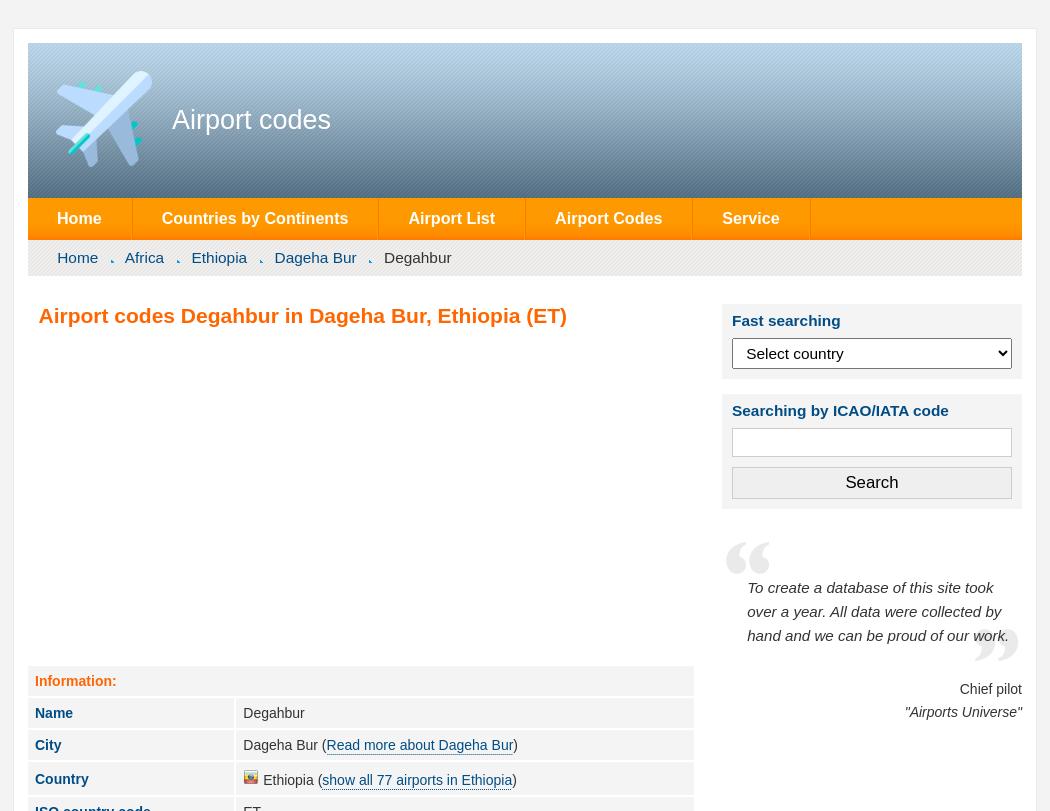  I want to click on 'Searching by ICAO/IATA code', so click(840, 408).